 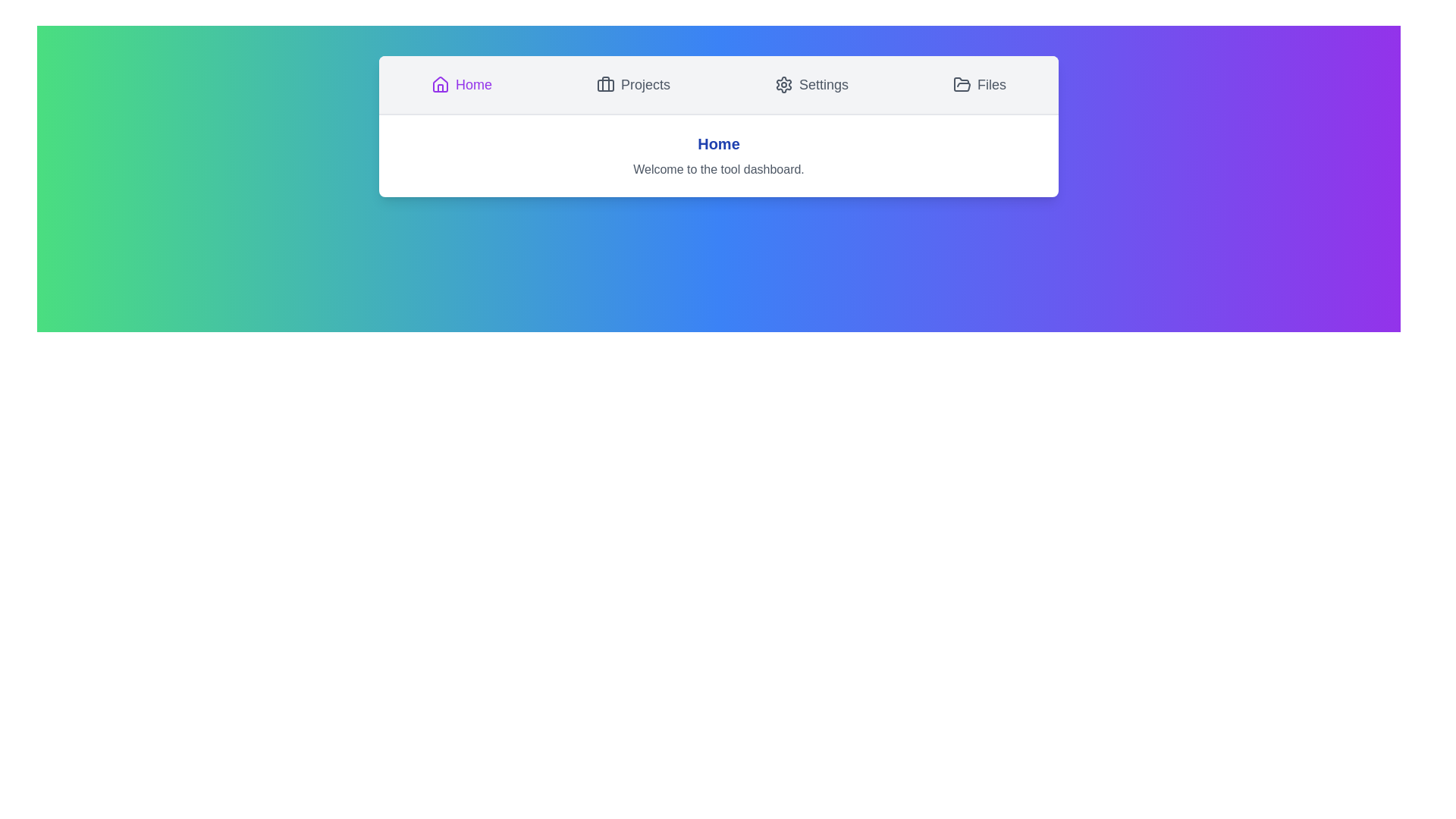 What do you see at coordinates (811, 84) in the screenshot?
I see `the Settings tab by clicking its button in the navigation bar` at bounding box center [811, 84].